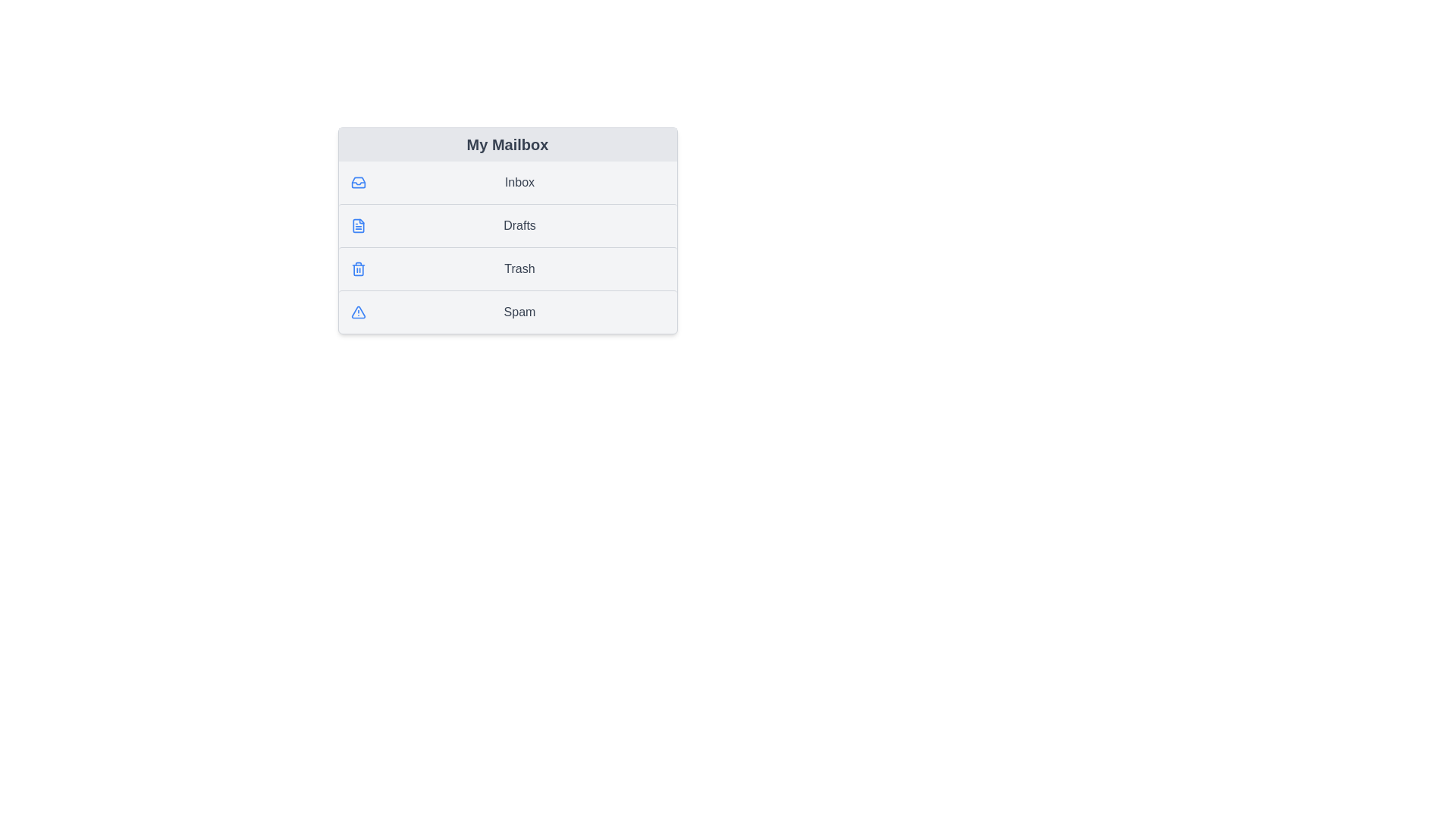 This screenshot has height=819, width=1456. I want to click on the header text of the list component to read its content, so click(507, 145).